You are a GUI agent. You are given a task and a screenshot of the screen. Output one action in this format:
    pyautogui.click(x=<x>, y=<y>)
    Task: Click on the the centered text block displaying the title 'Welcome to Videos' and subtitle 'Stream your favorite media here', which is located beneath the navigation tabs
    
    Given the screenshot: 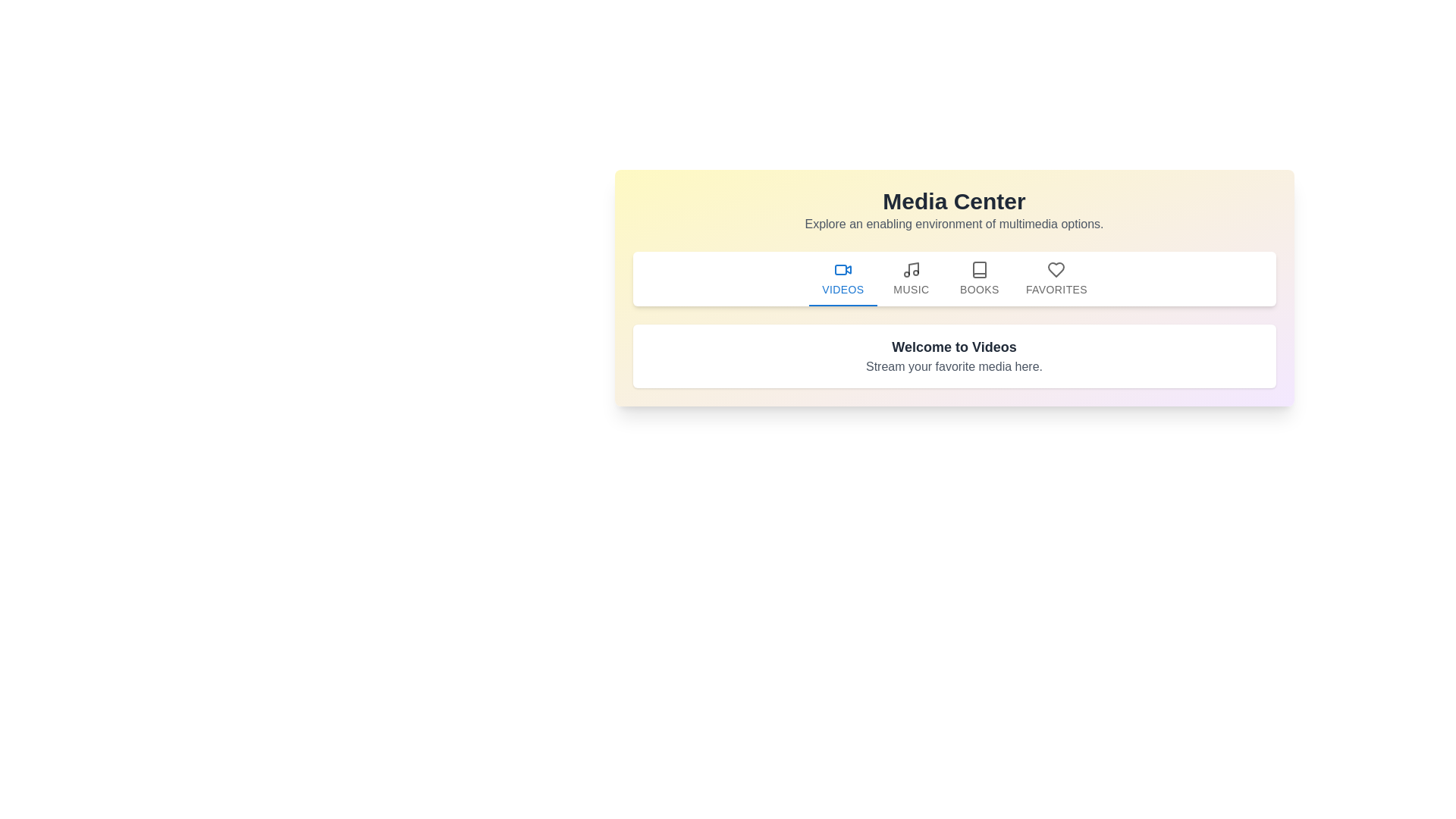 What is the action you would take?
    pyautogui.click(x=953, y=356)
    